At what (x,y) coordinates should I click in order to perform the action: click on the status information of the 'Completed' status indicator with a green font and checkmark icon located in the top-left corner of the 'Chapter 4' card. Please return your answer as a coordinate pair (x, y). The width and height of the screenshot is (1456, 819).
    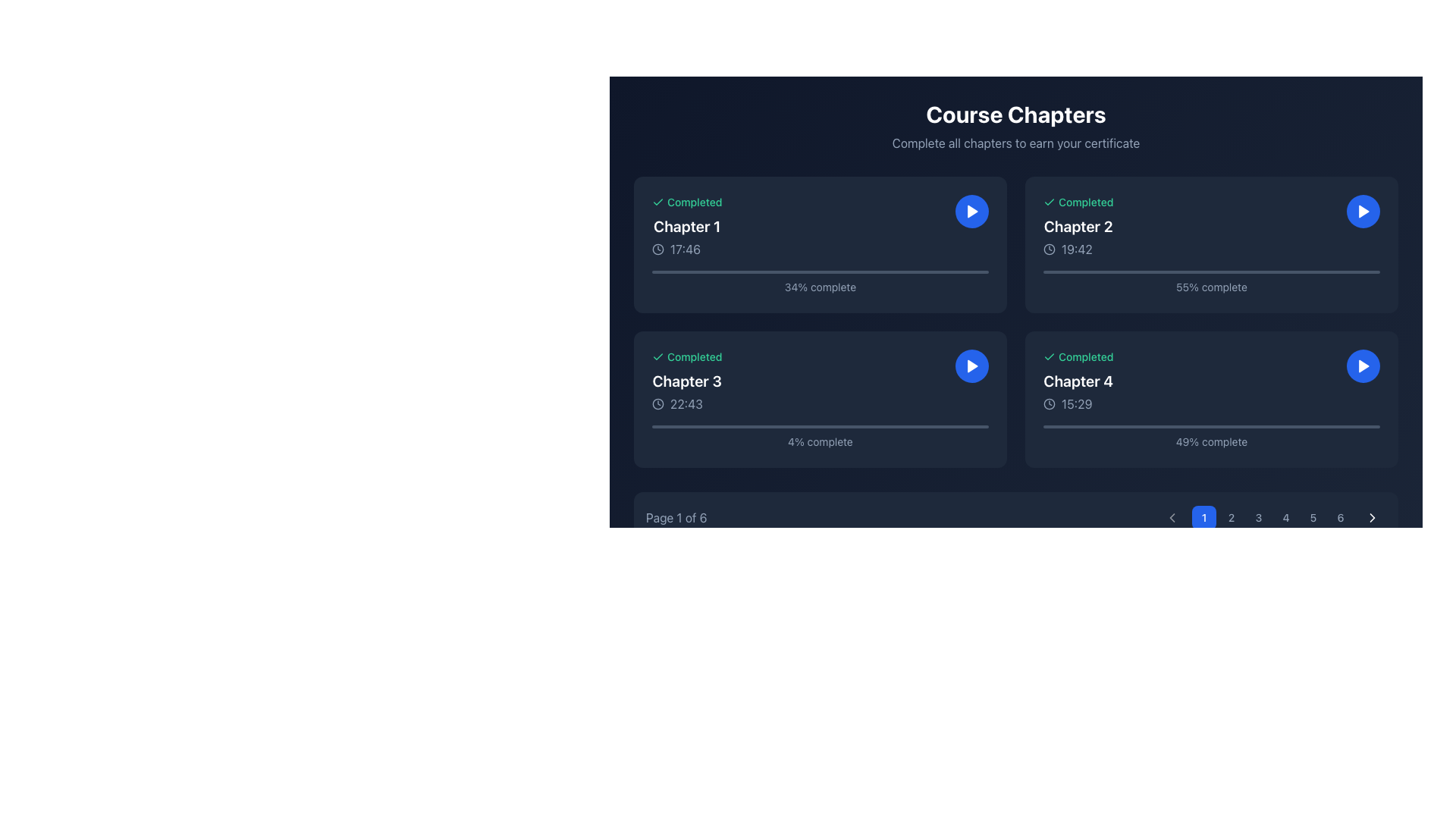
    Looking at the image, I should click on (1078, 356).